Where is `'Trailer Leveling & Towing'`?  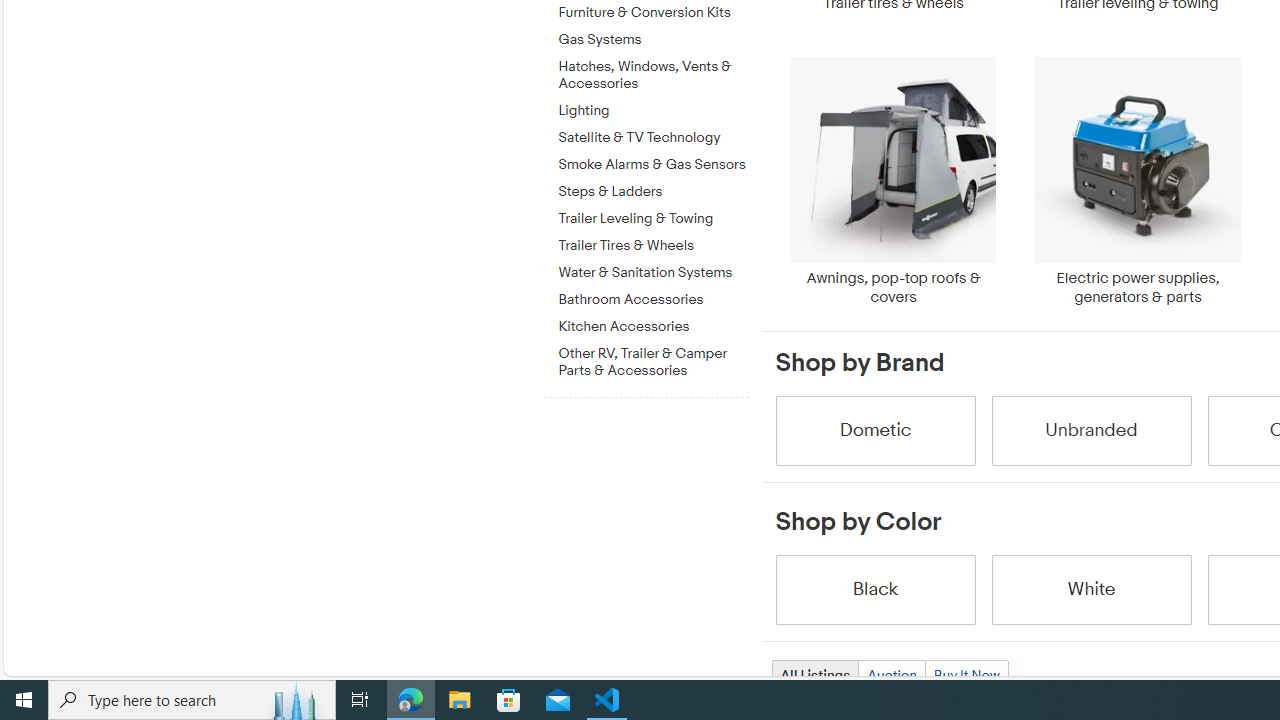
'Trailer Leveling & Towing' is located at coordinates (653, 219).